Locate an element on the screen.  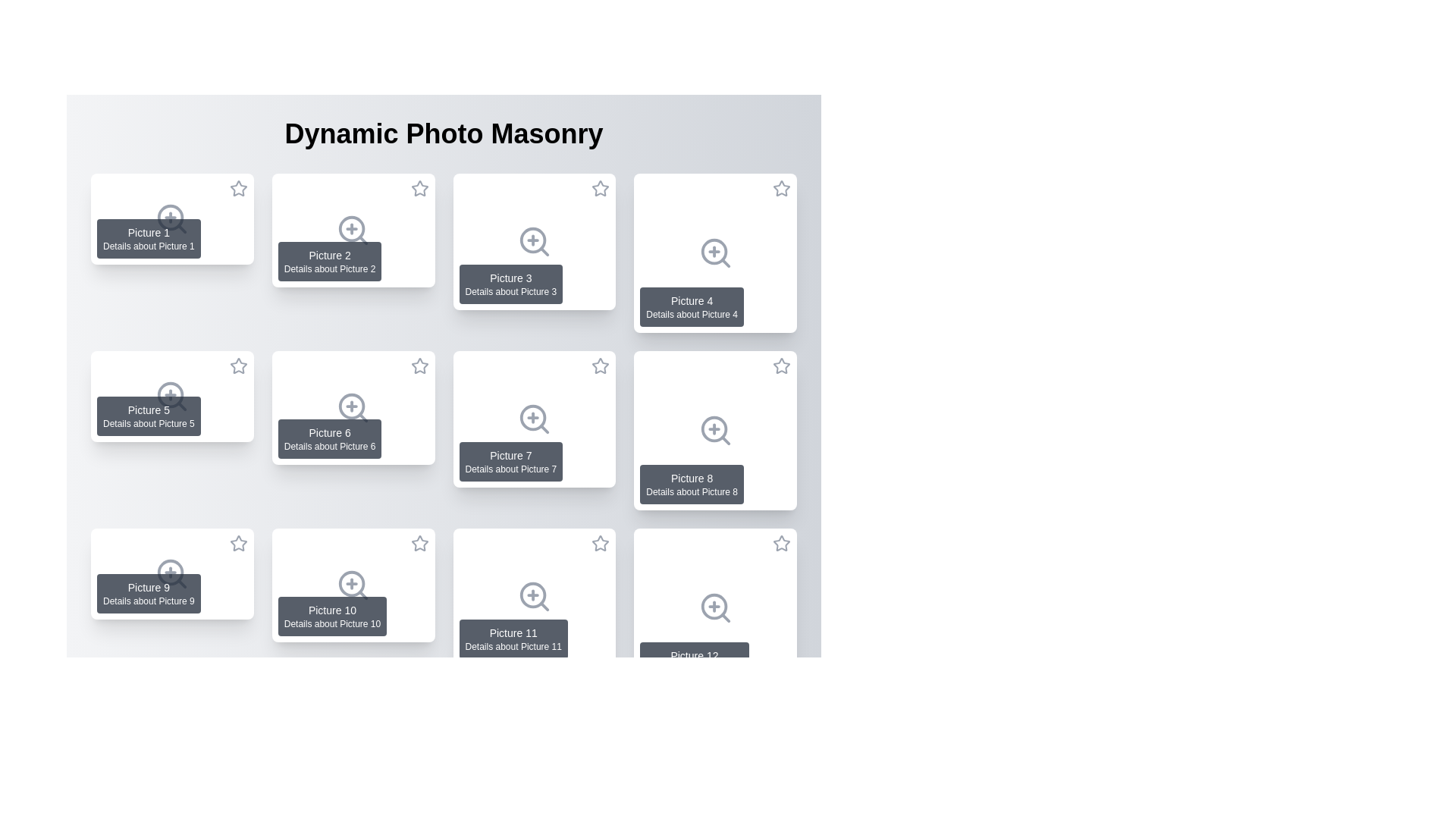
the star-shaped icon with a gray border located at the top-right corner of the card labeled 'Picture 7' to interact with it is located at coordinates (600, 366).